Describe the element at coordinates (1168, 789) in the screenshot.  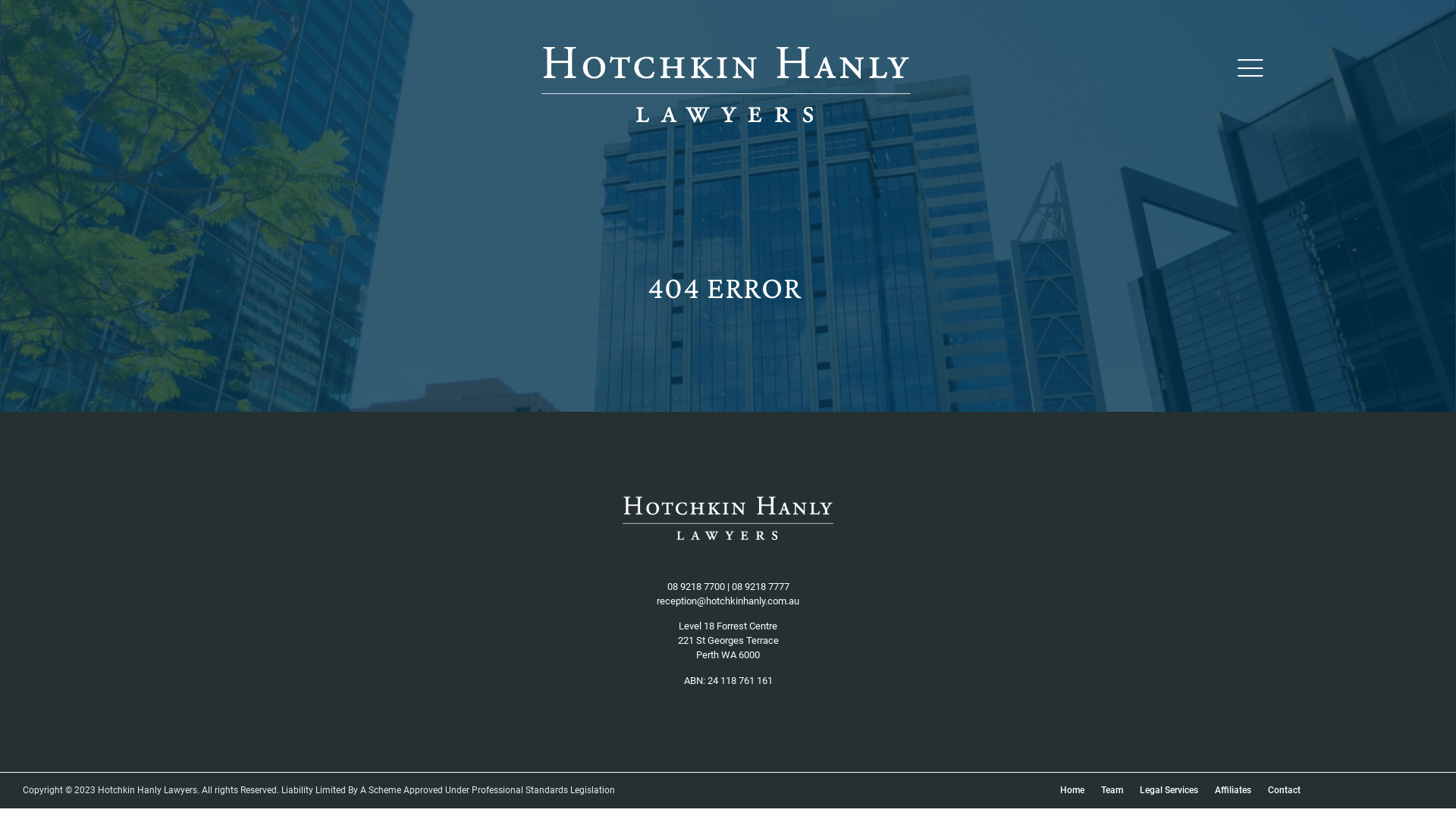
I see `'Legal Services'` at that location.